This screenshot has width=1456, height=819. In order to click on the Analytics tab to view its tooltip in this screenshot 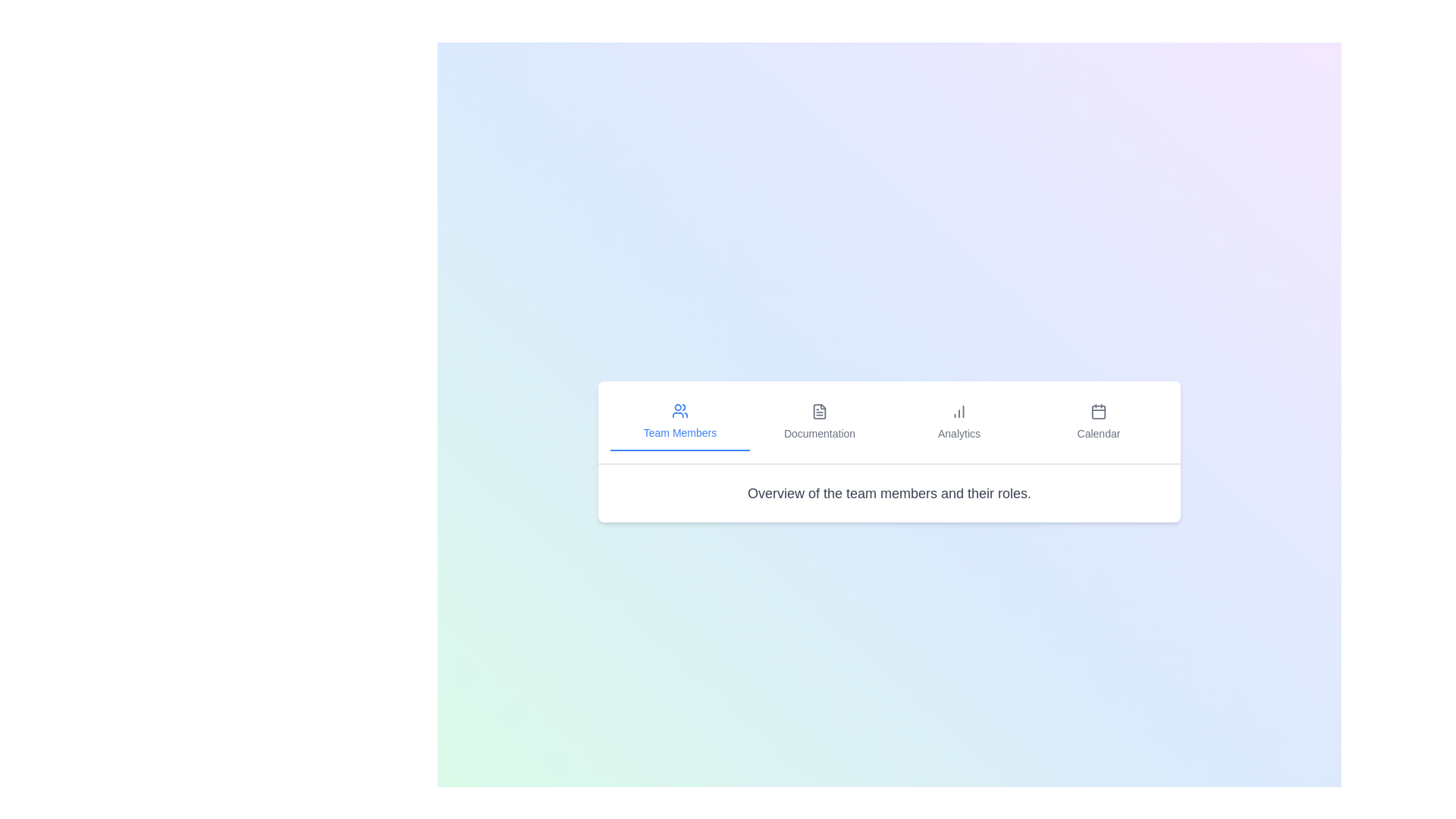, I will do `click(959, 422)`.